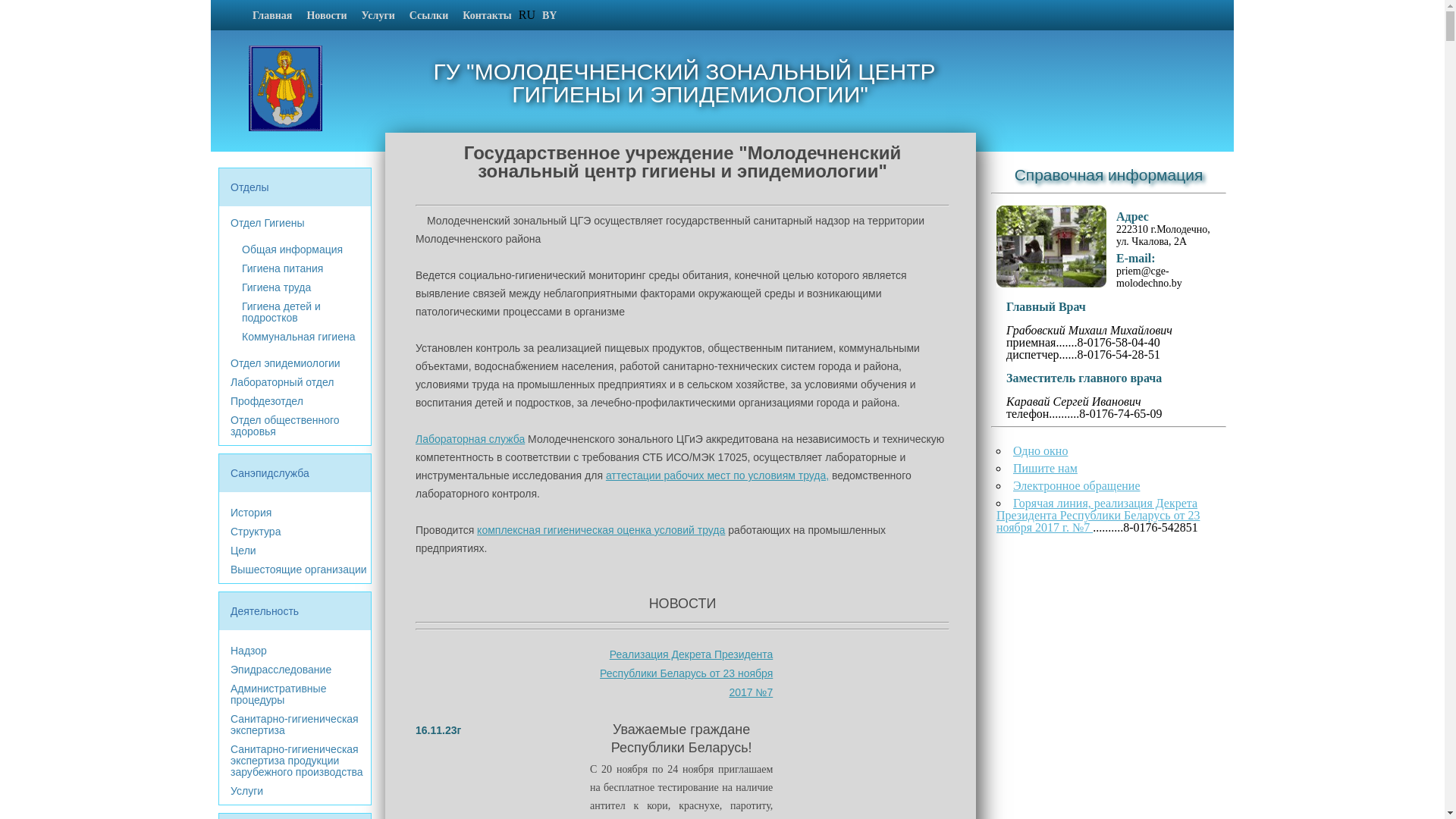 Image resolution: width=1456 pixels, height=819 pixels. I want to click on 'BY', so click(548, 15).